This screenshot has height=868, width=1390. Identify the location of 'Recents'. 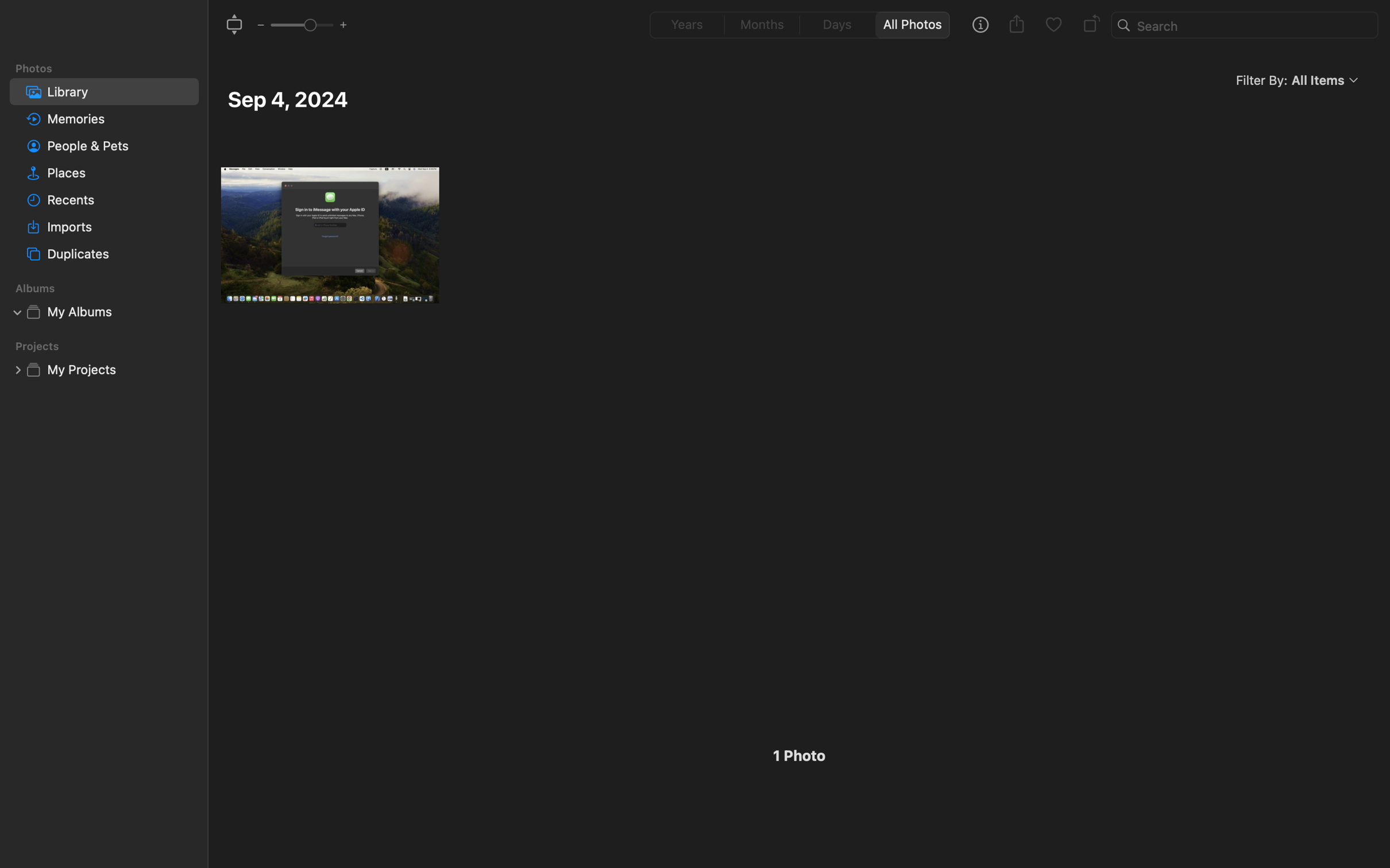
(119, 200).